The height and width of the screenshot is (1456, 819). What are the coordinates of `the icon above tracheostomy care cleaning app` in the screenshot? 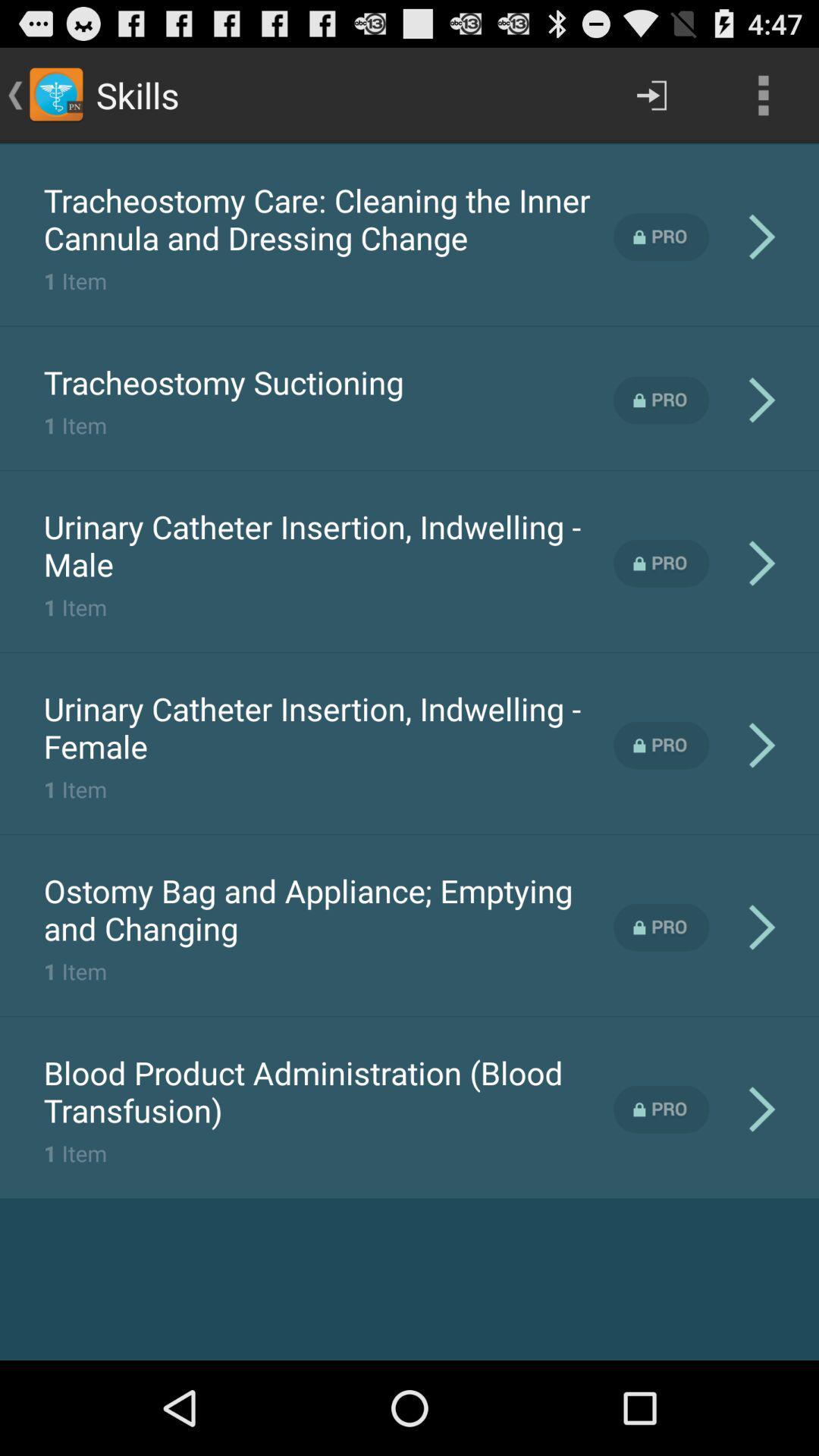 It's located at (409, 143).